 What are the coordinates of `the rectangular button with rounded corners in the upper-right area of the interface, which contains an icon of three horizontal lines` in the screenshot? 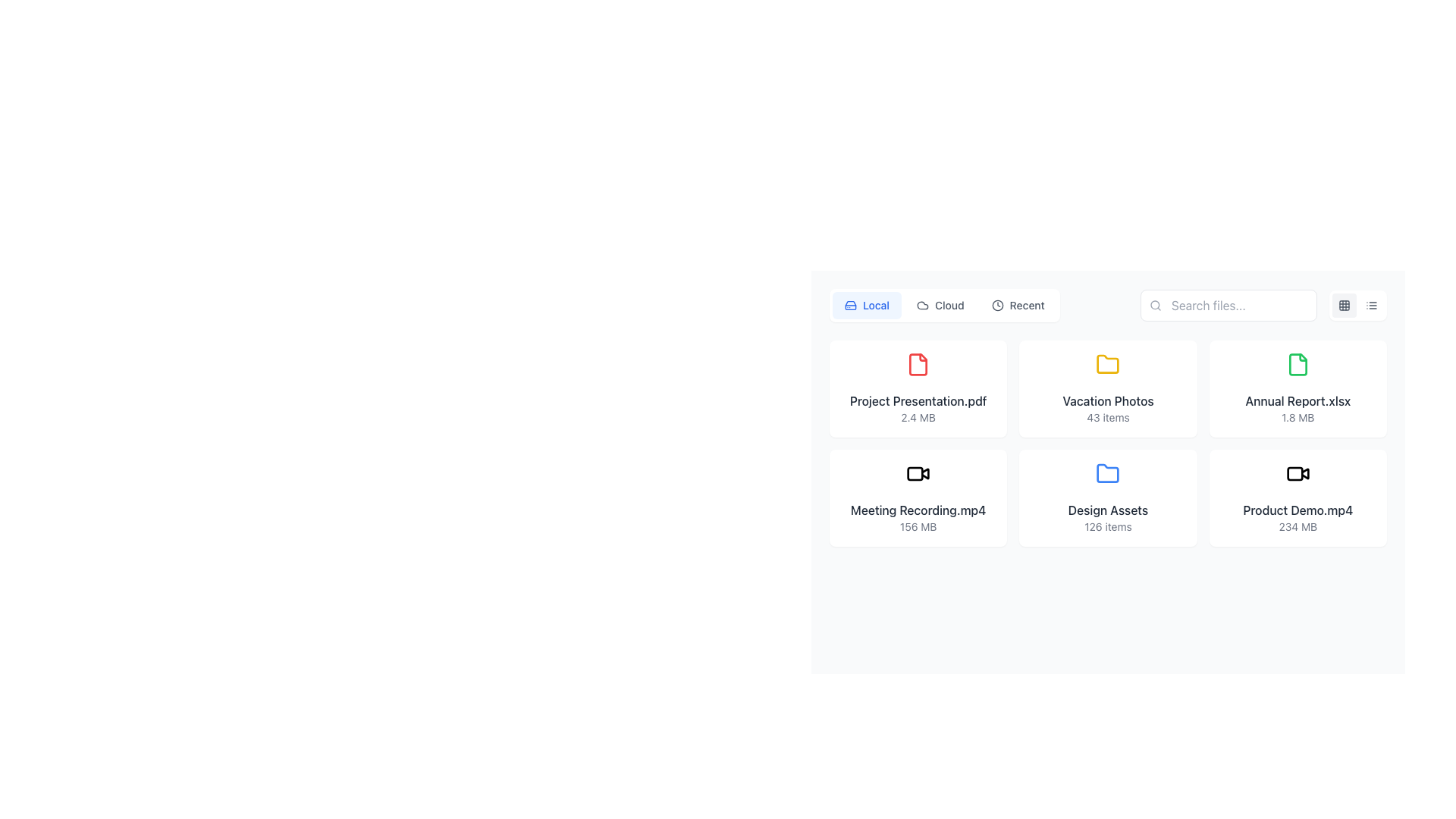 It's located at (1357, 305).